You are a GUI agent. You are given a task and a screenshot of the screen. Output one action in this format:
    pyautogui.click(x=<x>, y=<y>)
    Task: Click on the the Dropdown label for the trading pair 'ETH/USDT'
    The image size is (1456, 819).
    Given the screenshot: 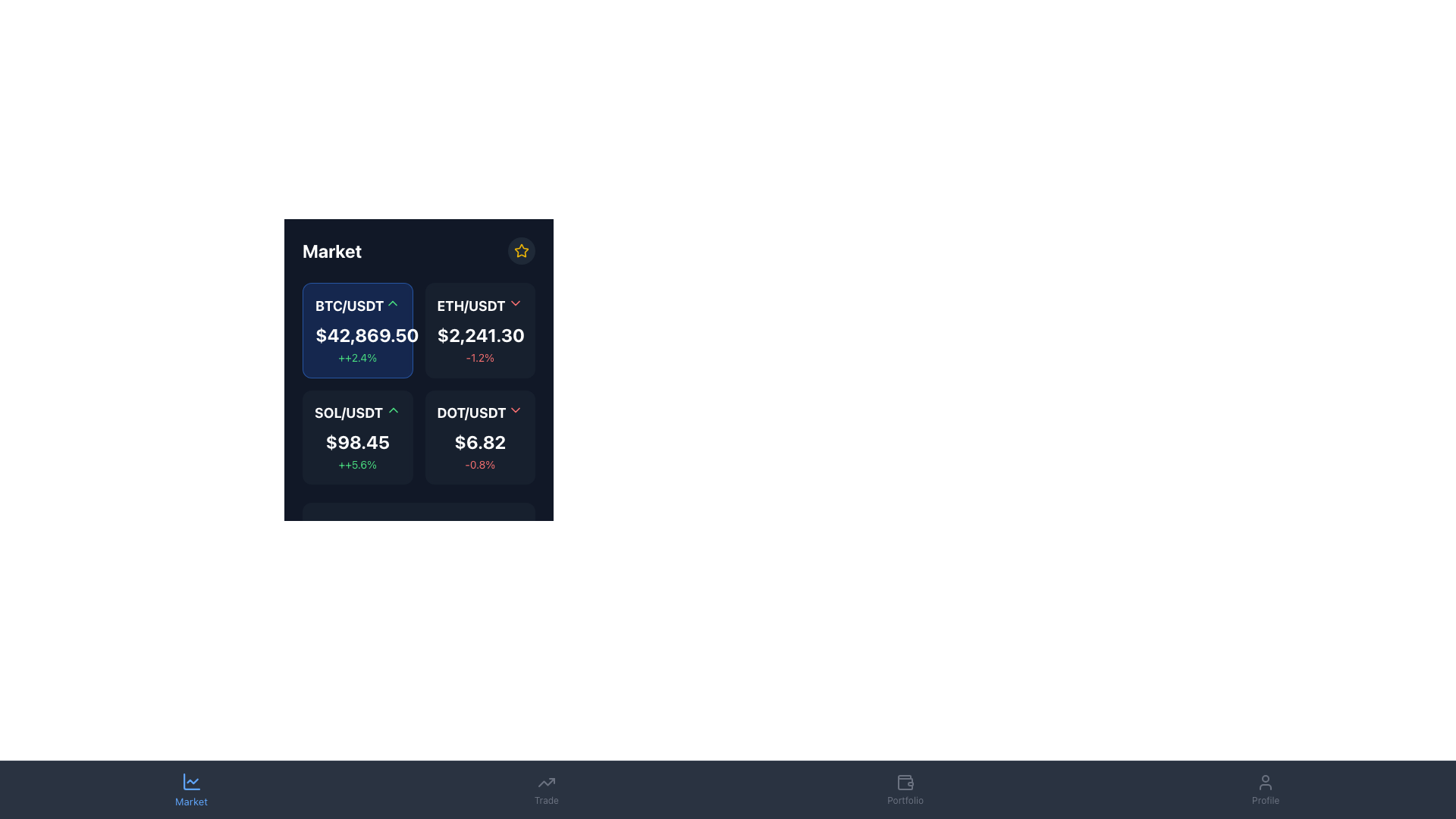 What is the action you would take?
    pyautogui.click(x=479, y=306)
    